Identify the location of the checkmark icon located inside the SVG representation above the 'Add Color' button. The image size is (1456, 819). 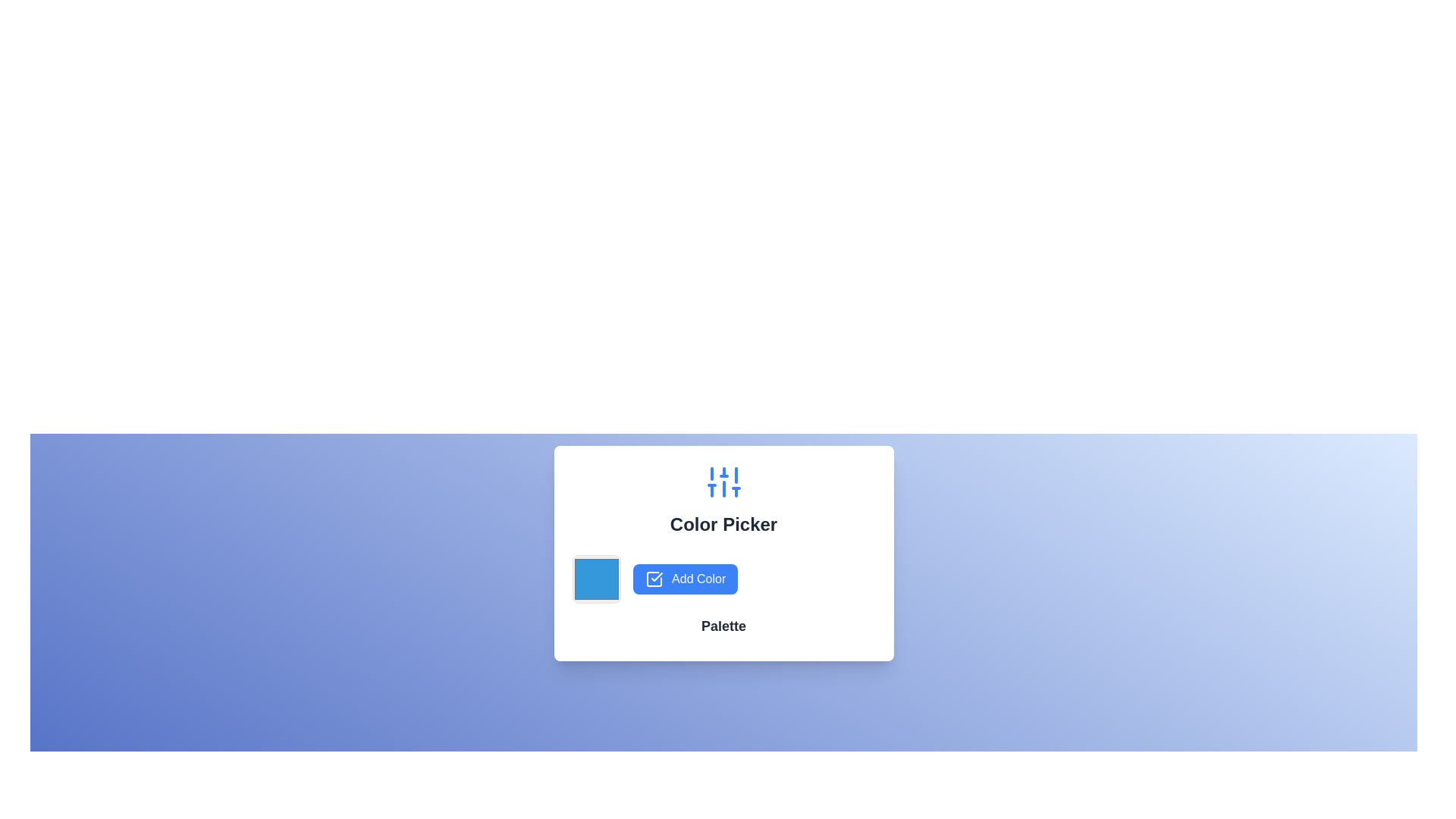
(656, 576).